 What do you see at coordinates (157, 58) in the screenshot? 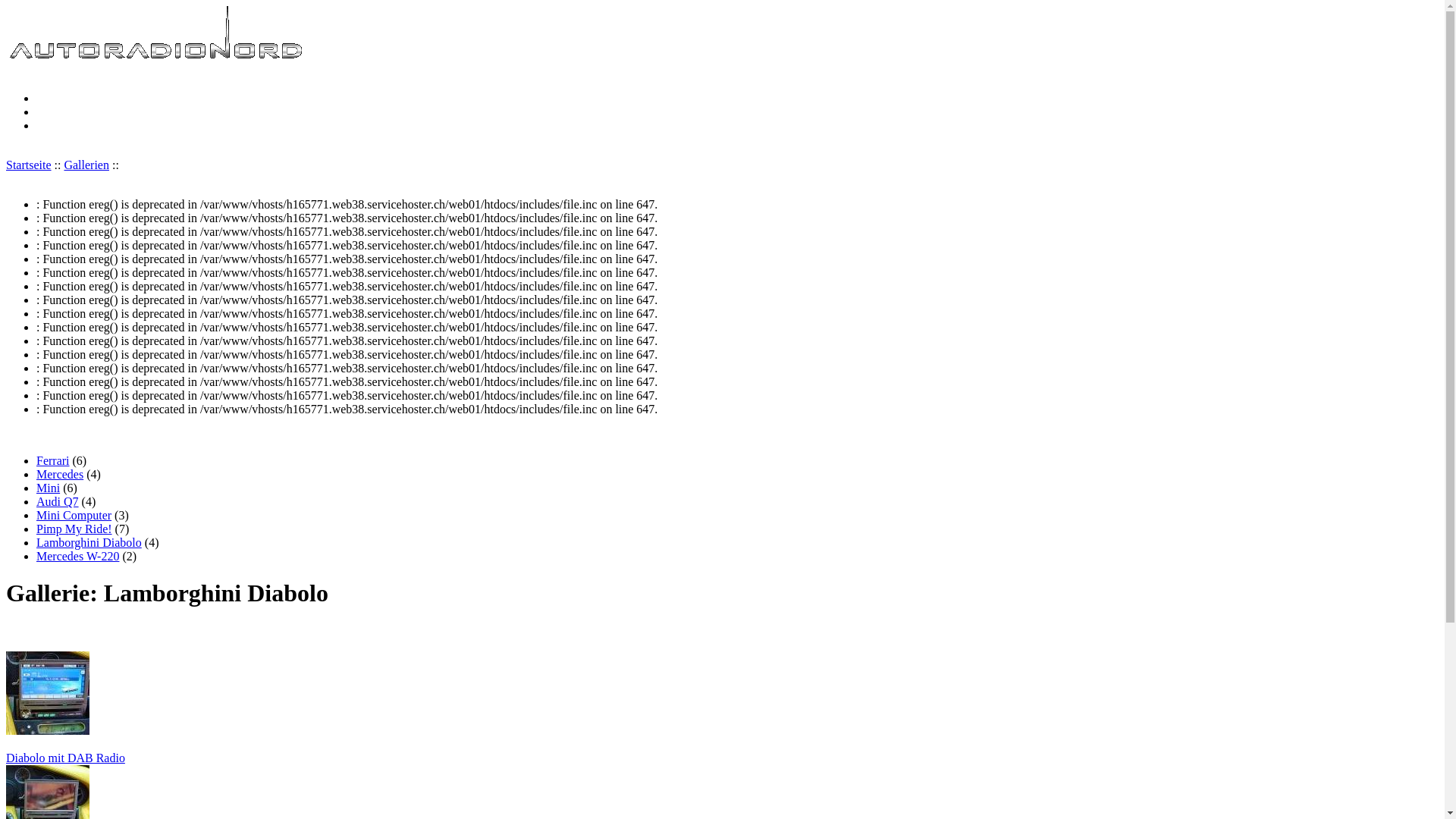
I see `'Startseite'` at bounding box center [157, 58].